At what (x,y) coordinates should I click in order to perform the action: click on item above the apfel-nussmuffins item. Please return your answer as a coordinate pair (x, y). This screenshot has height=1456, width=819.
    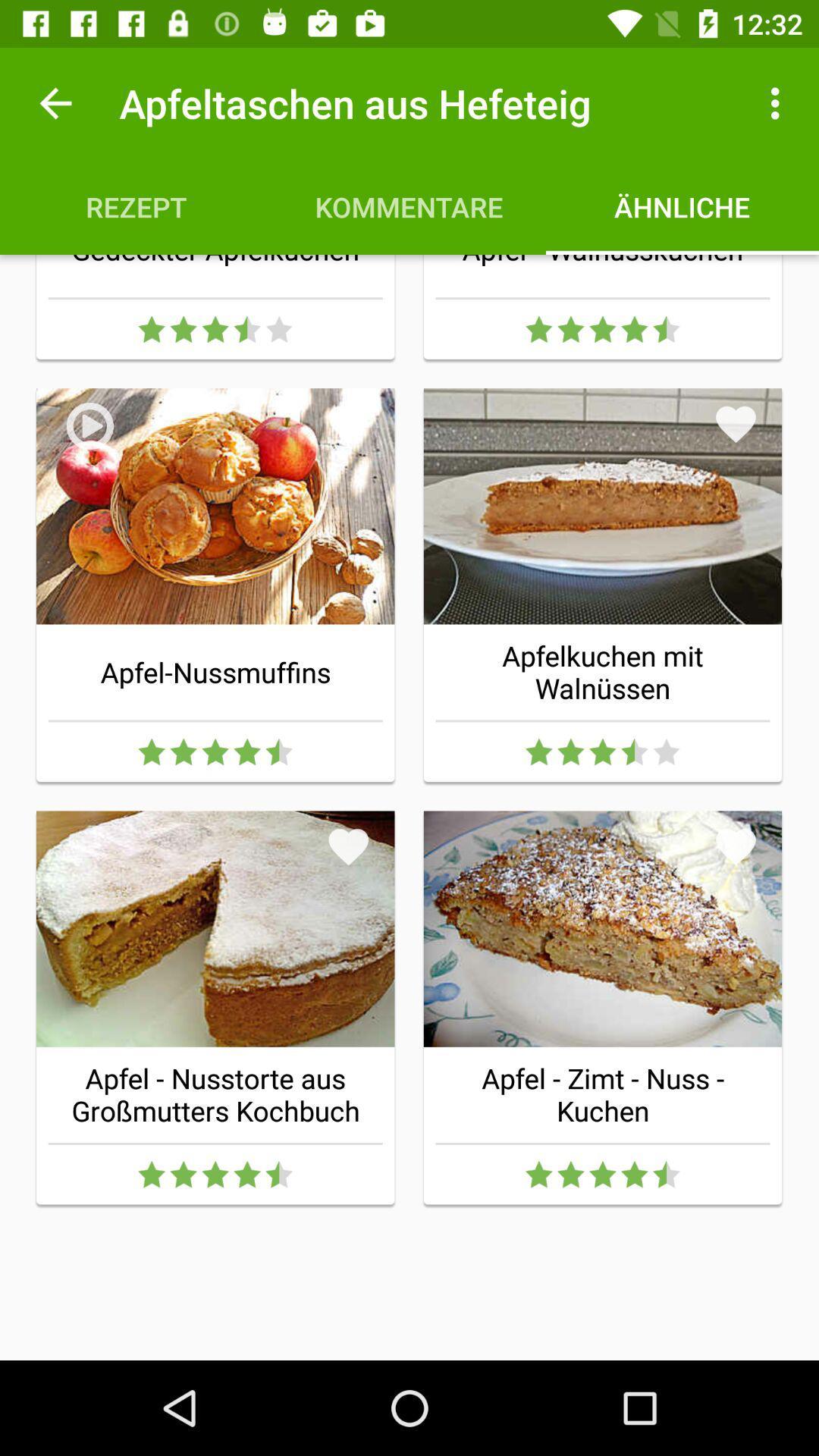
    Looking at the image, I should click on (348, 424).